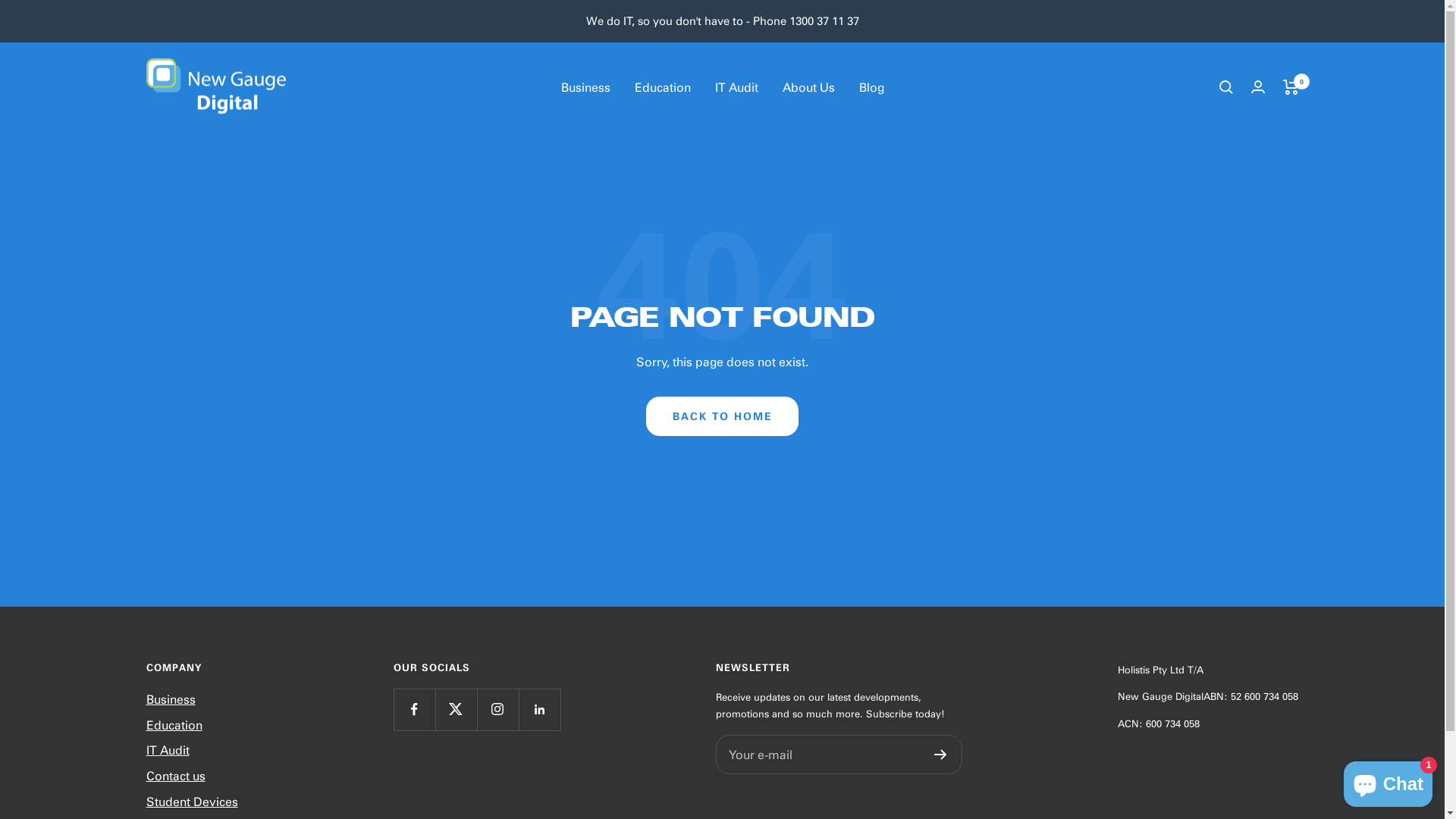 The height and width of the screenshot is (819, 1456). I want to click on '0', so click(1290, 87).